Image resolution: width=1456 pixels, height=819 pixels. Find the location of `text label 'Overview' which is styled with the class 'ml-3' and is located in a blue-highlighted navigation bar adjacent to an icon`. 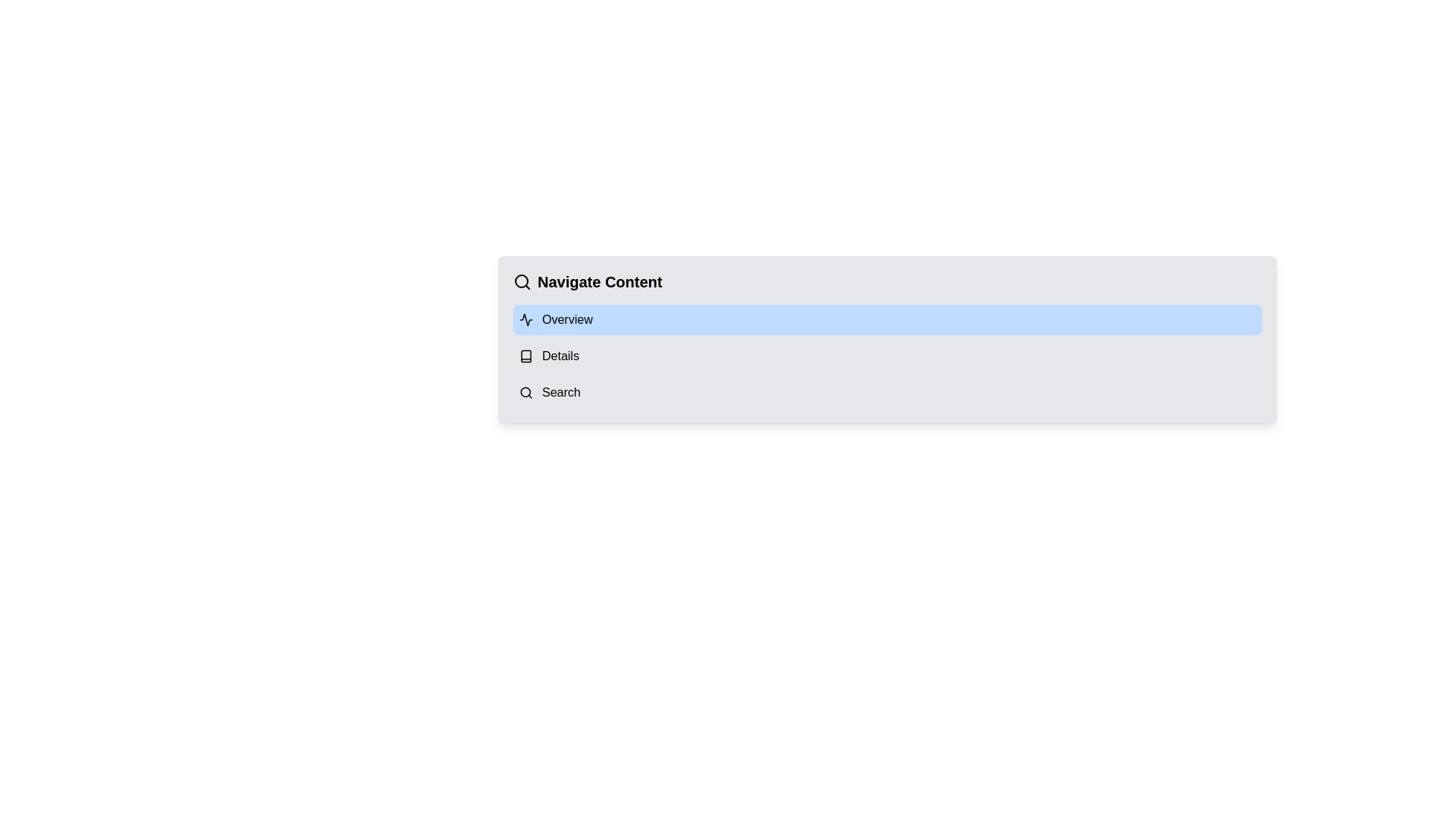

text label 'Overview' which is styled with the class 'ml-3' and is located in a blue-highlighted navigation bar adjacent to an icon is located at coordinates (566, 318).